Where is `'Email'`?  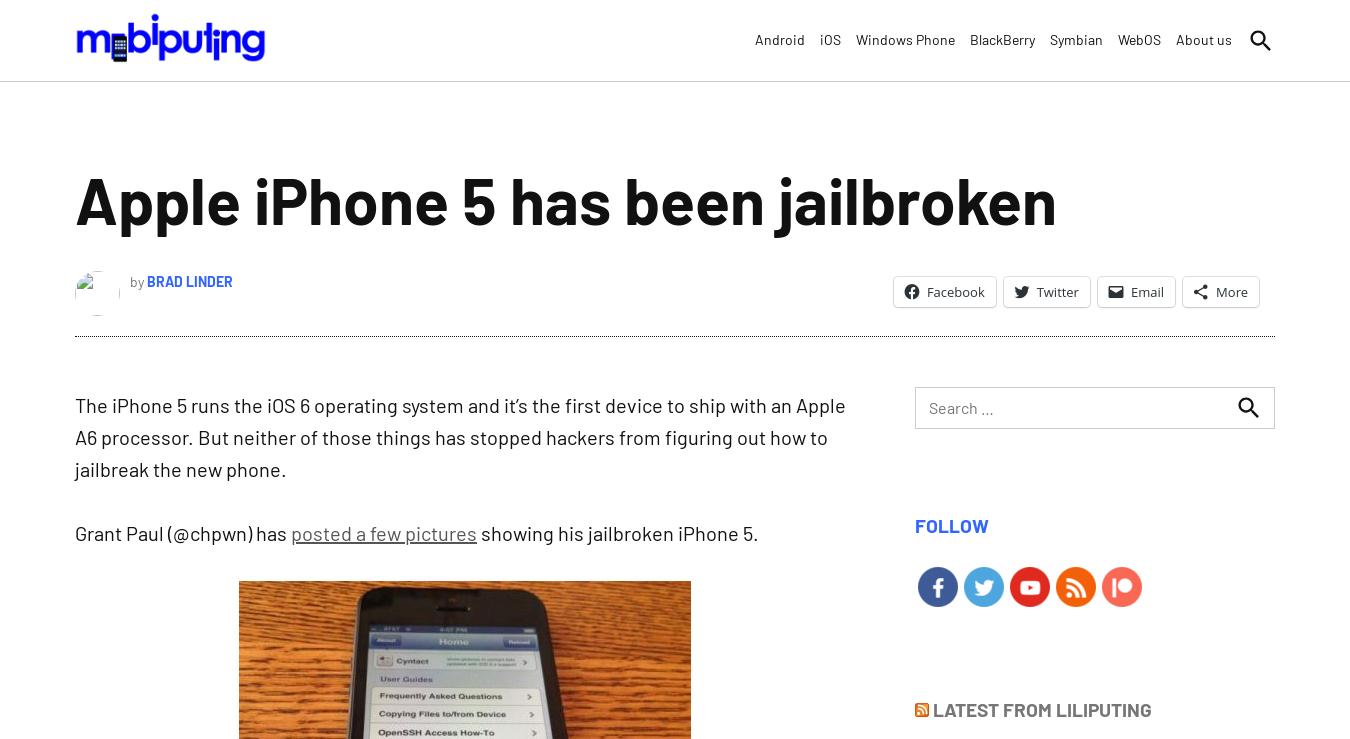 'Email' is located at coordinates (1145, 290).